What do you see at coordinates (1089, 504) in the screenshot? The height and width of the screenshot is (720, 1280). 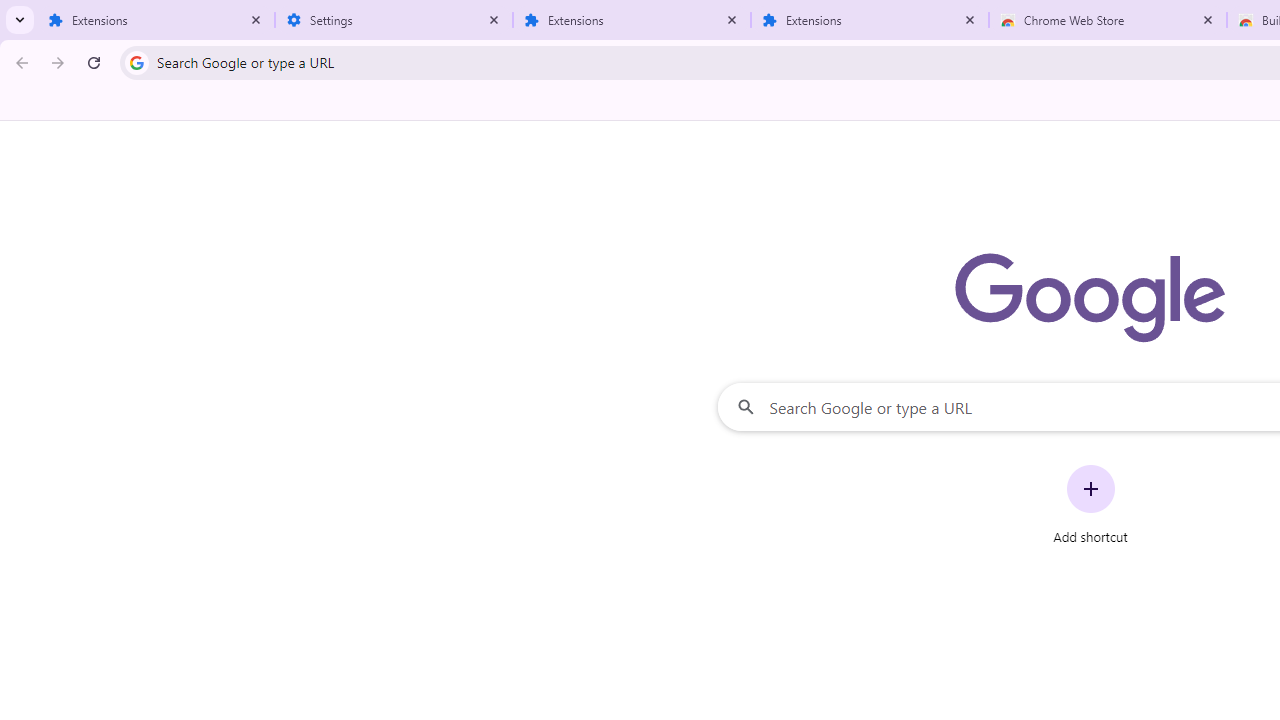 I see `'Add shortcut'` at bounding box center [1089, 504].